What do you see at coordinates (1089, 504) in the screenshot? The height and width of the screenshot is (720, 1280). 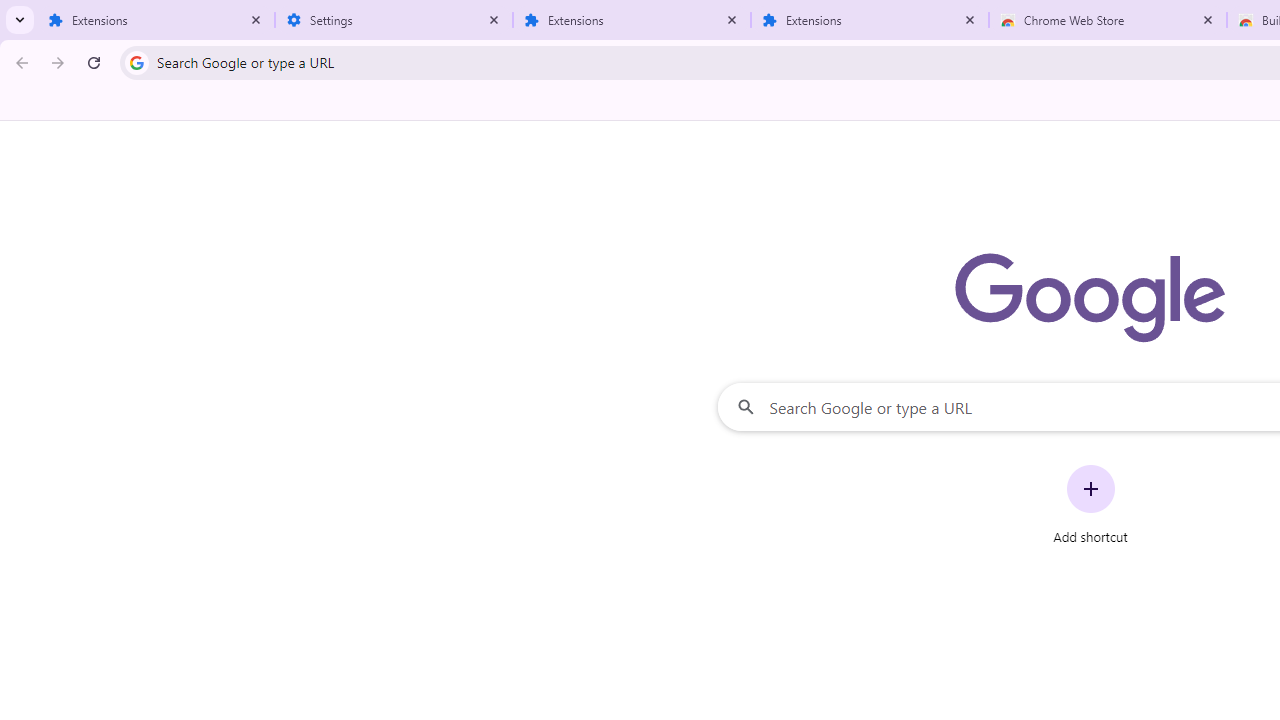 I see `'Add shortcut'` at bounding box center [1089, 504].